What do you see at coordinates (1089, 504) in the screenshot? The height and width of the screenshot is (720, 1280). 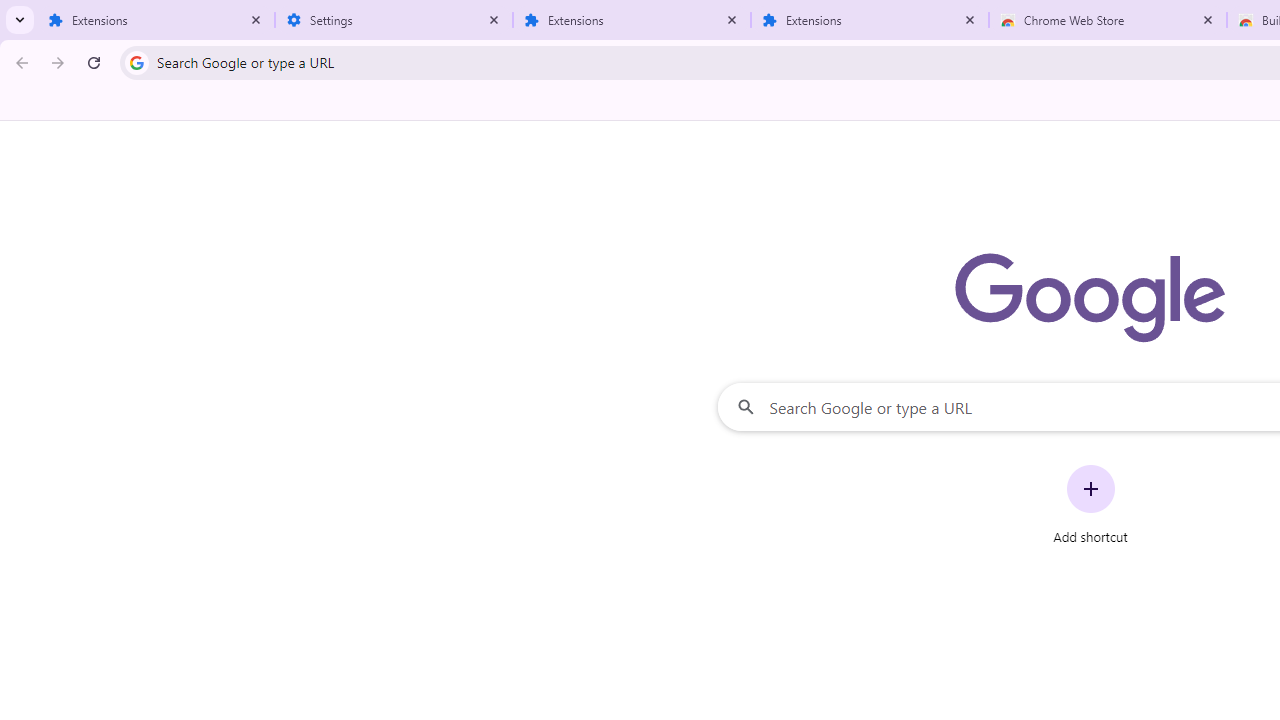 I see `'Add shortcut'` at bounding box center [1089, 504].